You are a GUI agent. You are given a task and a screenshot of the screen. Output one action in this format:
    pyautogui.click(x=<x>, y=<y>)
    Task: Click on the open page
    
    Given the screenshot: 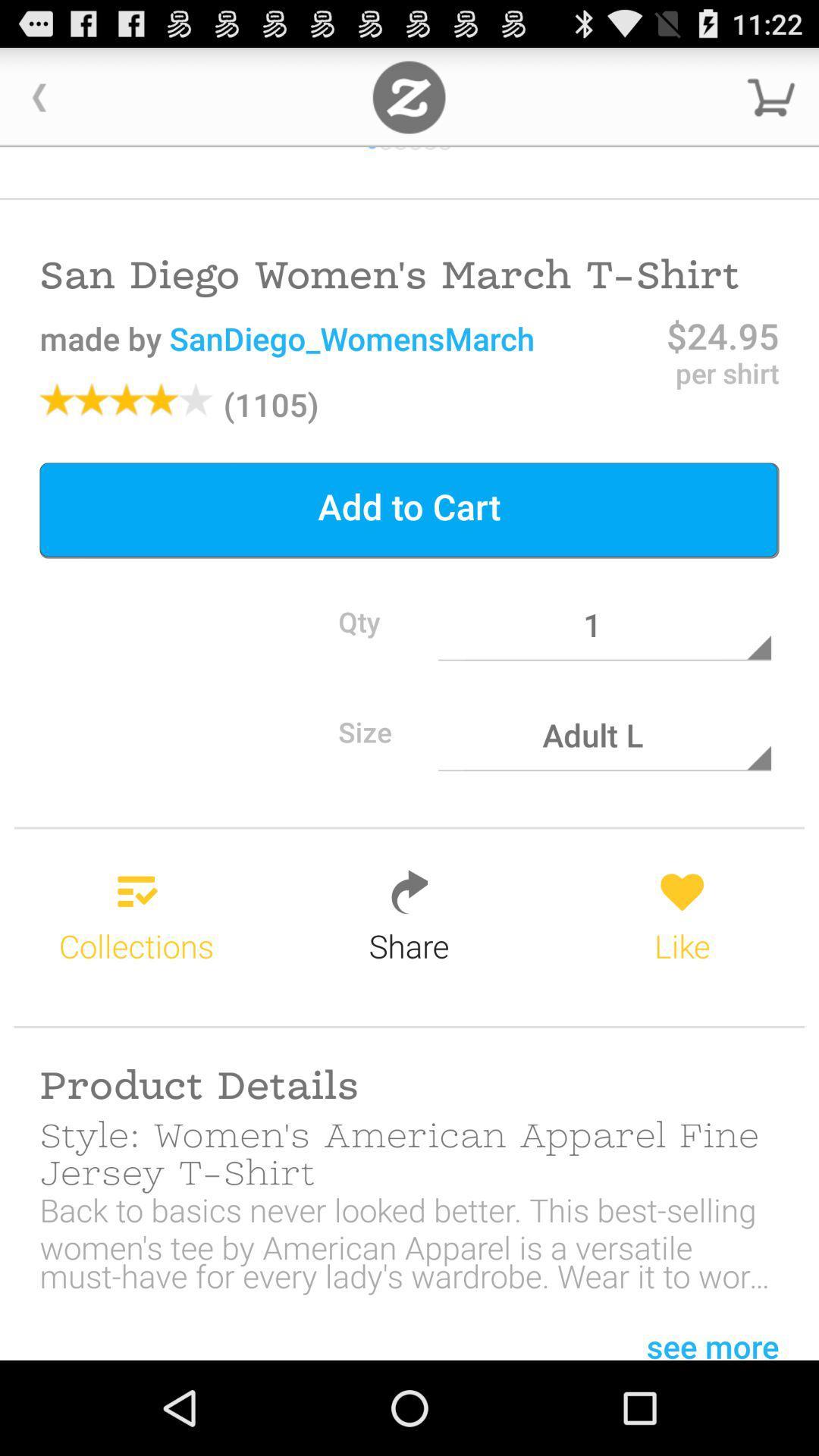 What is the action you would take?
    pyautogui.click(x=408, y=96)
    